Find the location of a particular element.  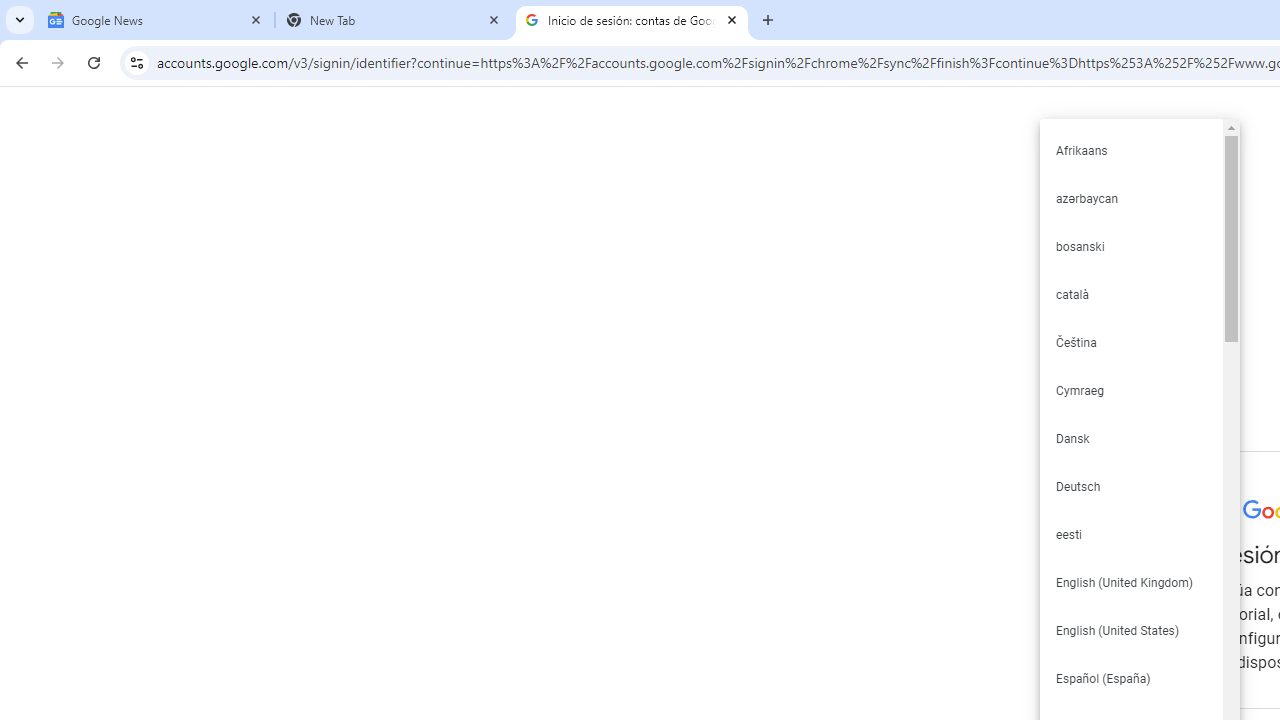

'Reload' is located at coordinates (93, 61).